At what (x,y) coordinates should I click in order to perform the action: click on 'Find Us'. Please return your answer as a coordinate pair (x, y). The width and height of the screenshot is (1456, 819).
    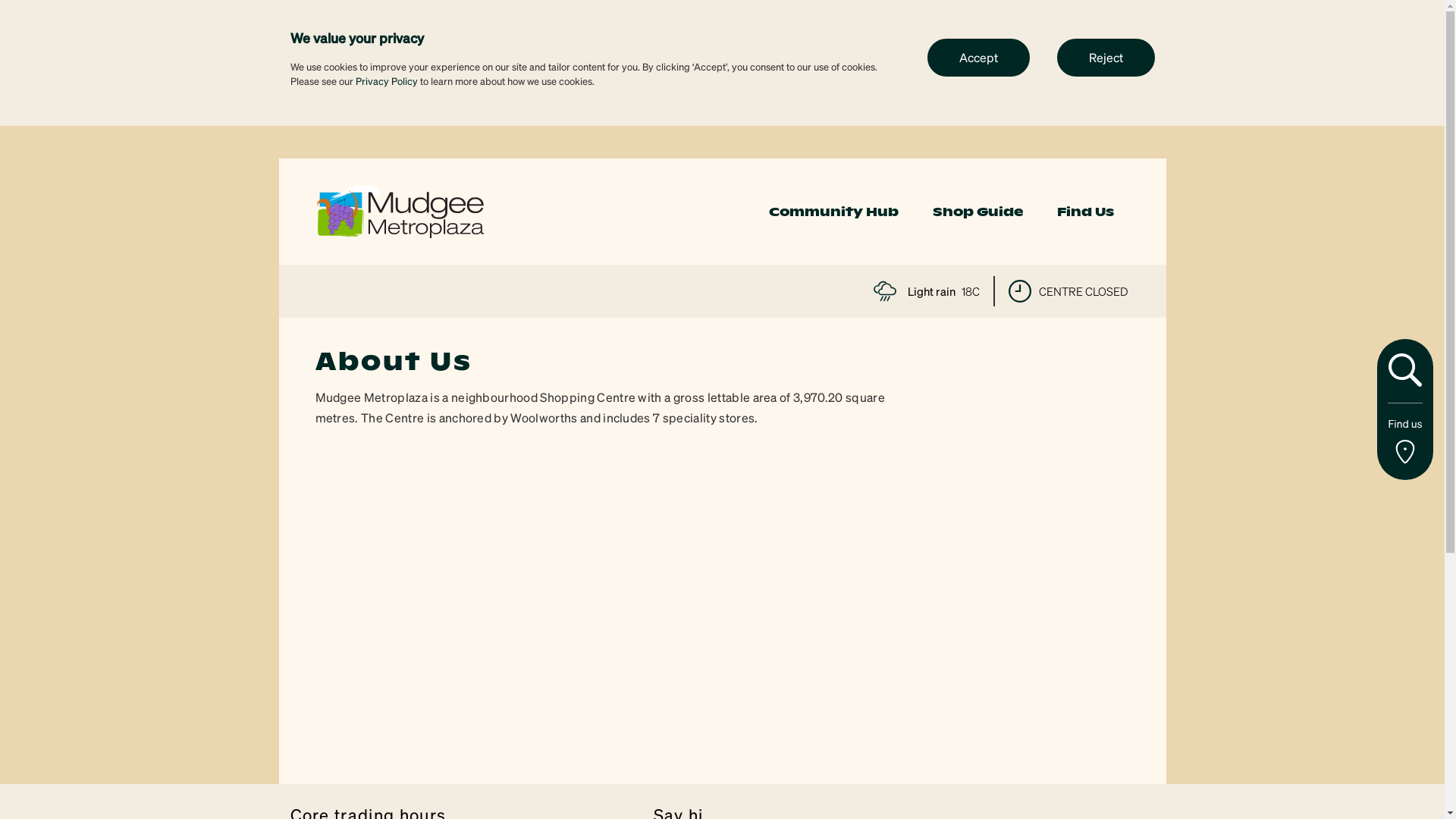
    Looking at the image, I should click on (1084, 212).